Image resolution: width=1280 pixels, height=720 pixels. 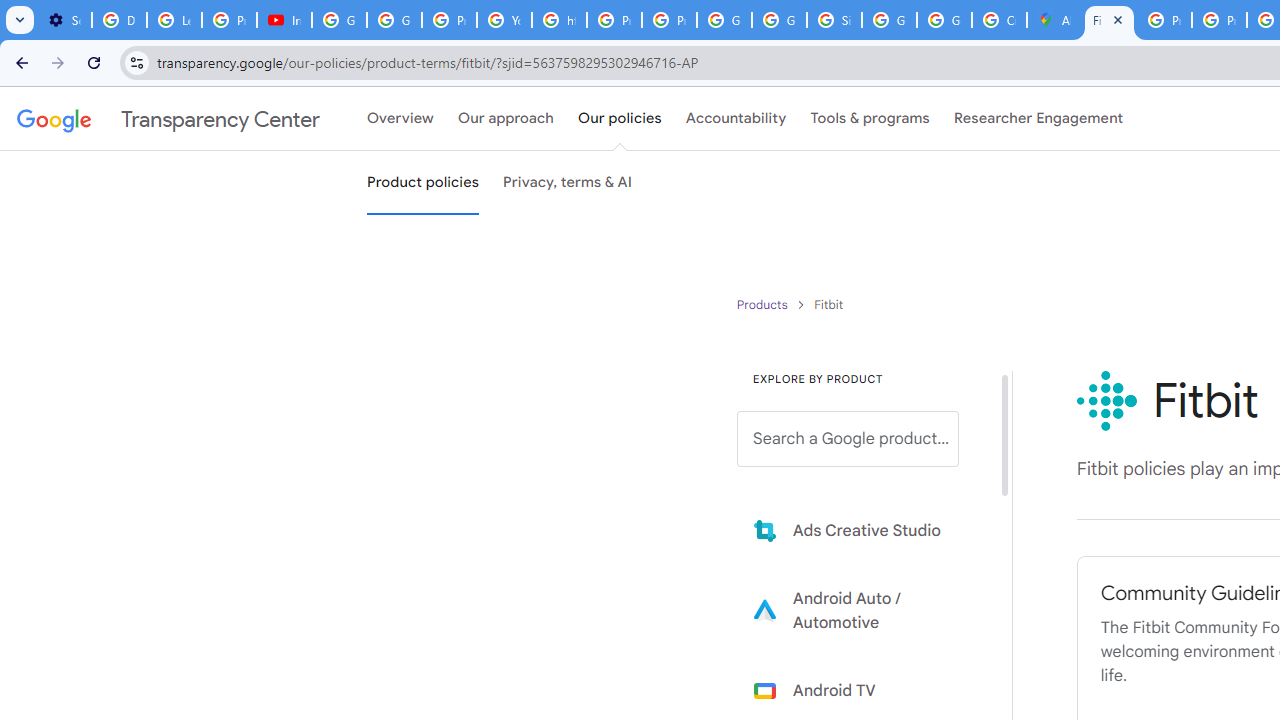 I want to click on 'Fitbit Policies and Guidelines - Transparency Center', so click(x=1108, y=20).